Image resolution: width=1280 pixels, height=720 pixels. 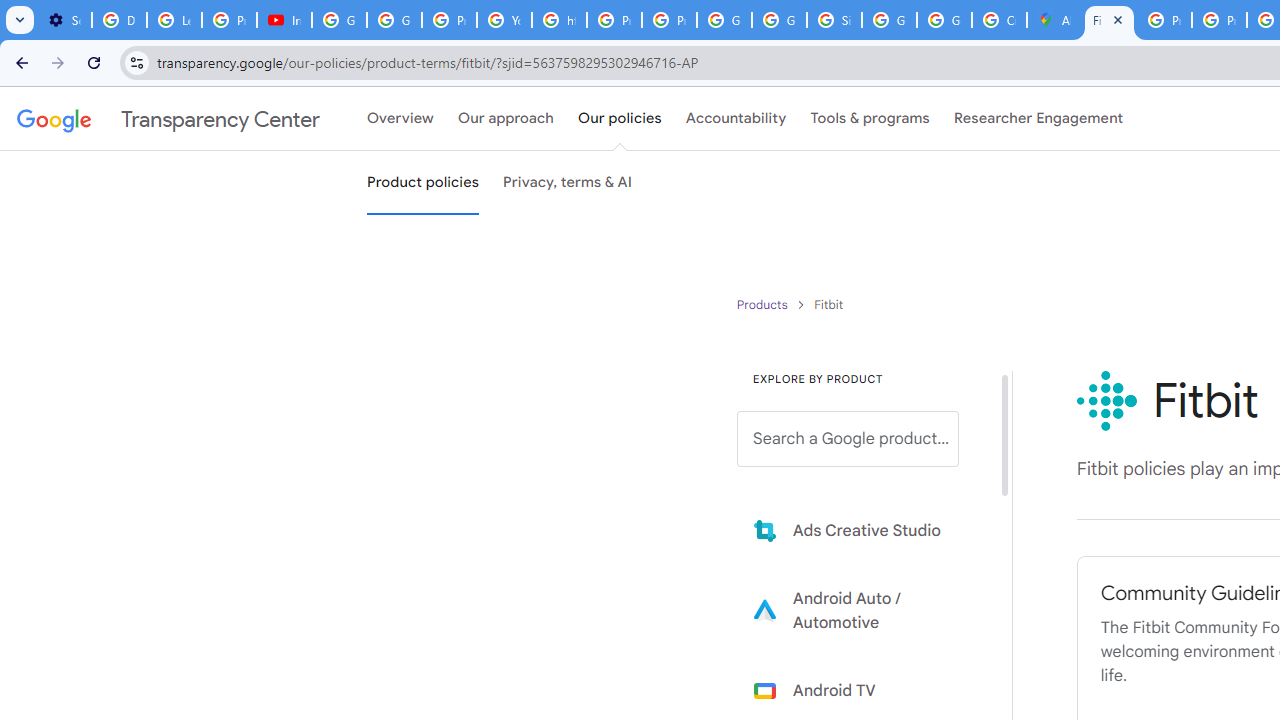 I want to click on 'Fitbit Policies and Guidelines - Transparency Center', so click(x=1108, y=20).